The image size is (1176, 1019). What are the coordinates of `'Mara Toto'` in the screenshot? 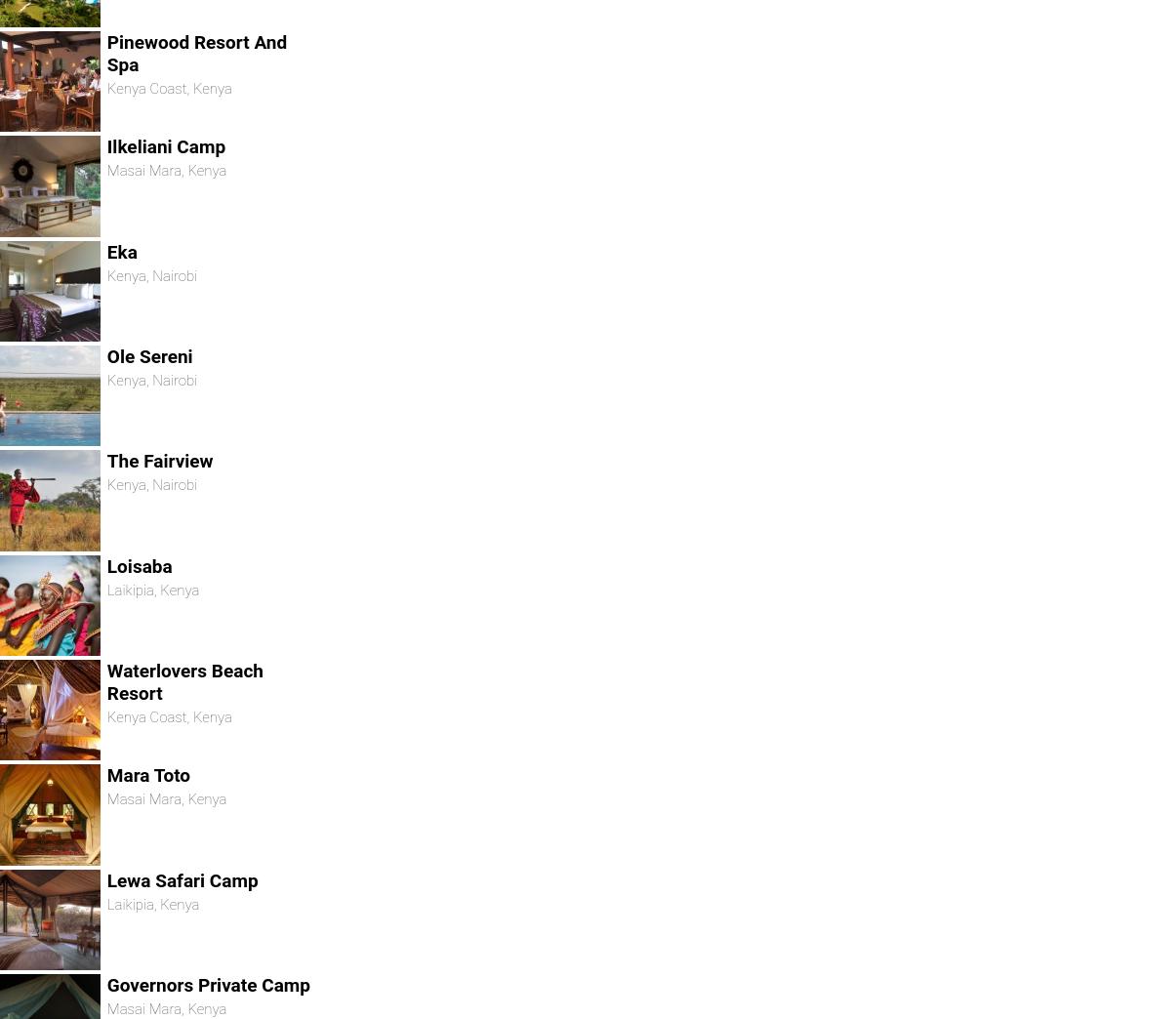 It's located at (146, 774).